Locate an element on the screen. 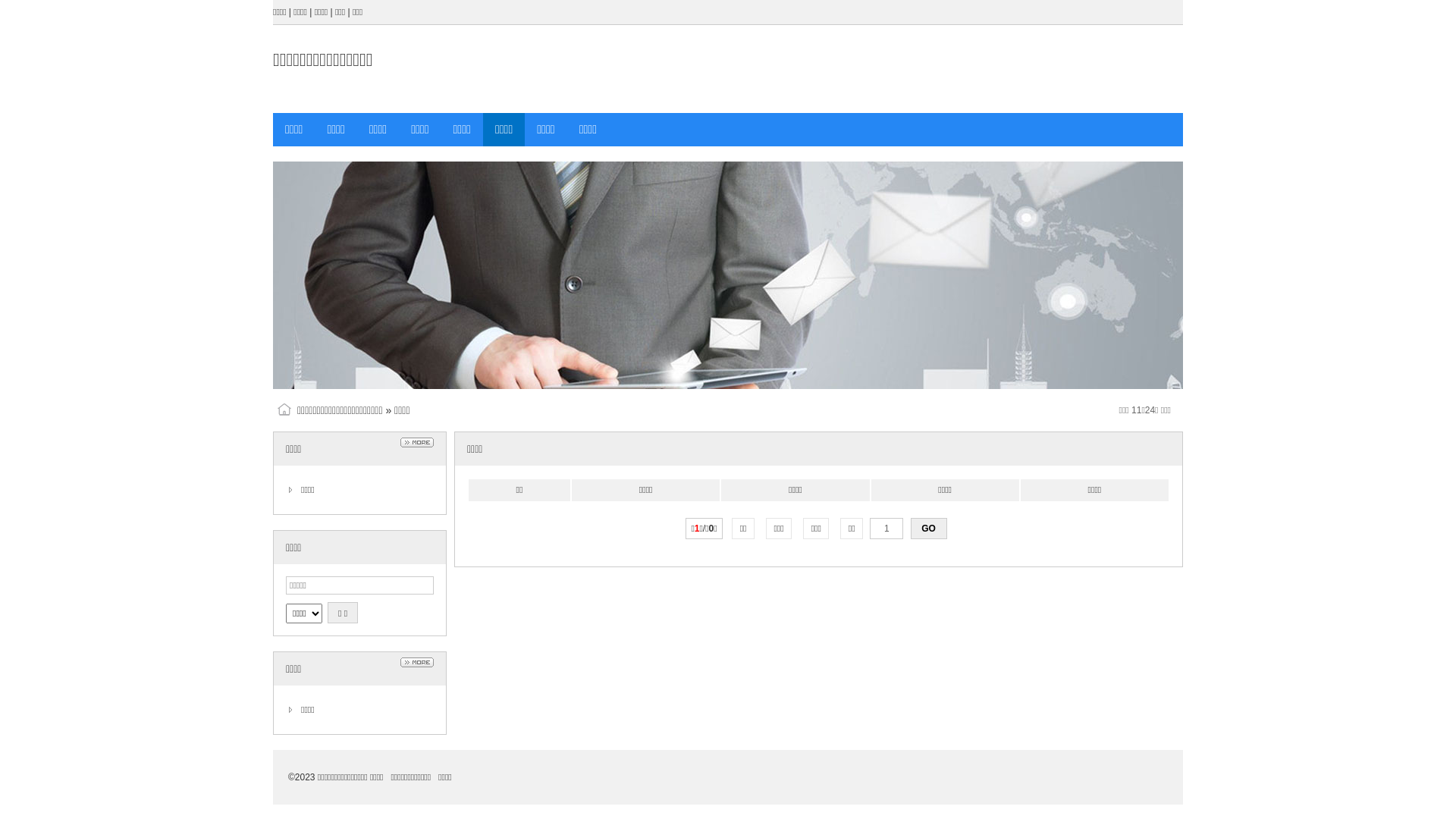 This screenshot has width=1456, height=819. 'GO' is located at coordinates (910, 528).